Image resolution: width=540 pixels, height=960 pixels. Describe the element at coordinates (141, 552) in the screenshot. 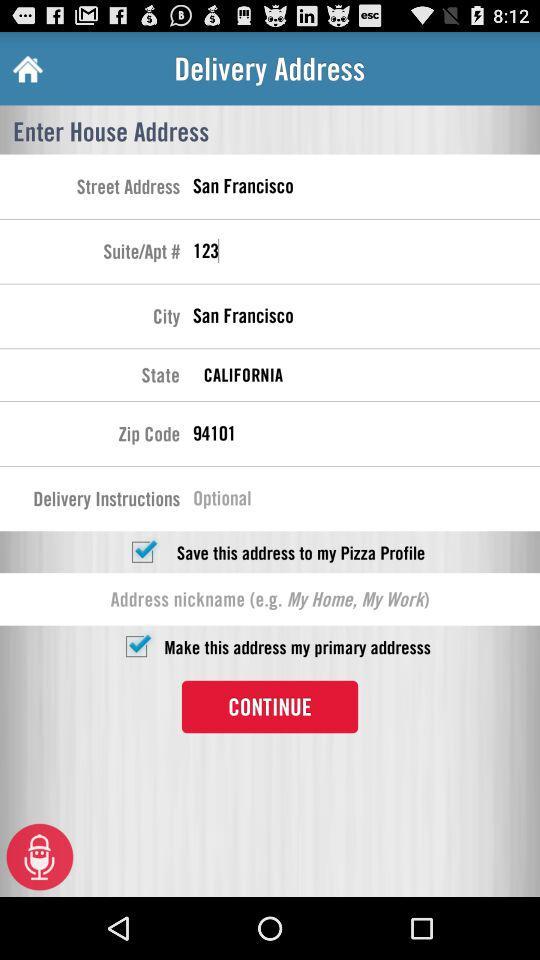

I see `save` at that location.